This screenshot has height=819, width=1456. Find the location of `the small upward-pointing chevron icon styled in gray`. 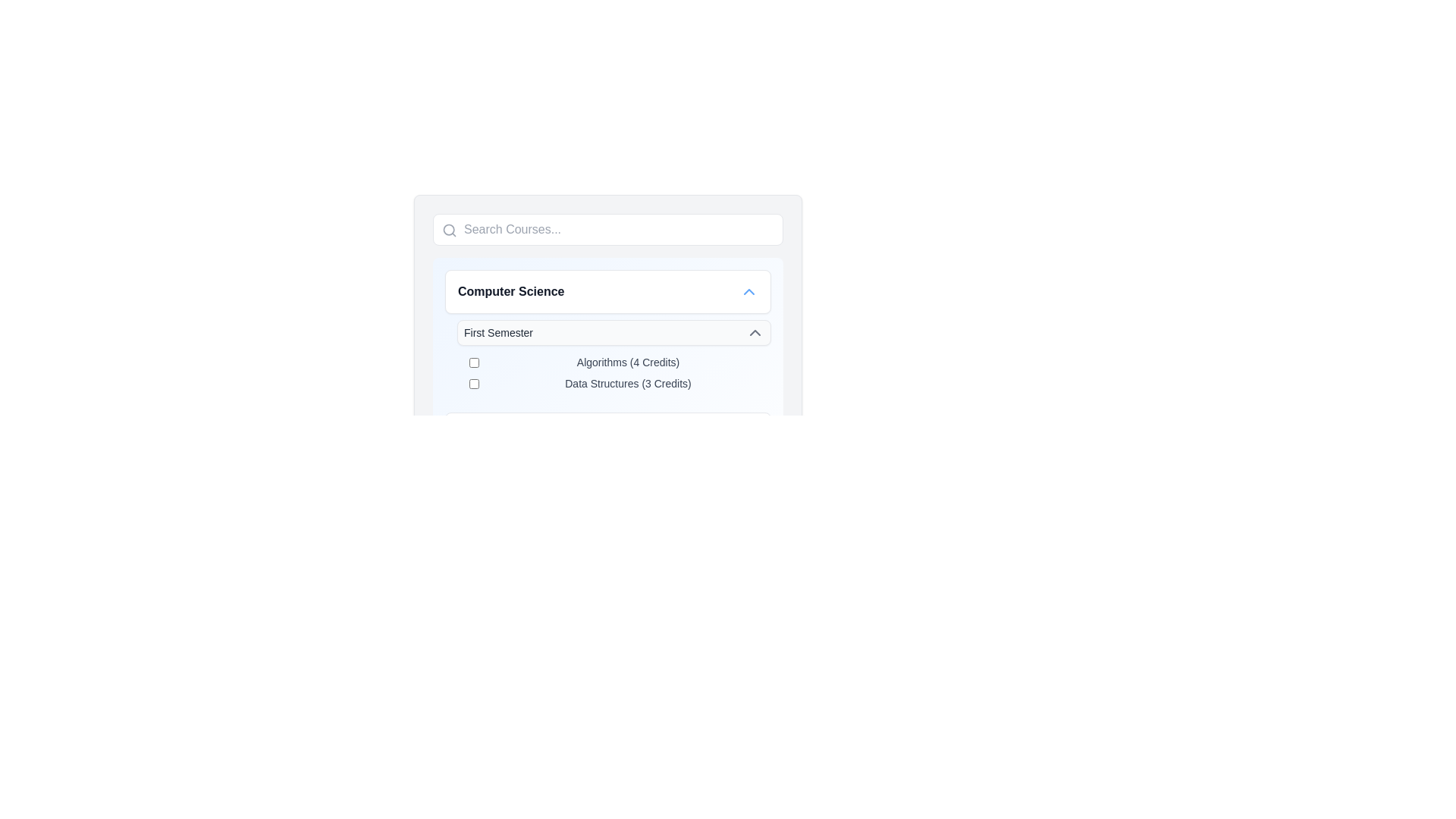

the small upward-pointing chevron icon styled in gray is located at coordinates (755, 332).